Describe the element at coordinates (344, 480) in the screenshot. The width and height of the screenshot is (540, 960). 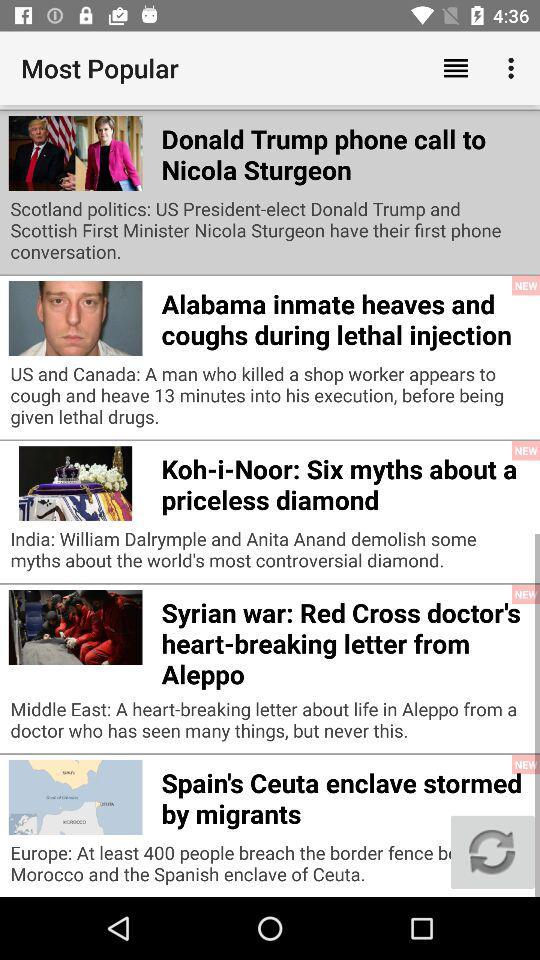
I see `the icon above india william dalrymple item` at that location.